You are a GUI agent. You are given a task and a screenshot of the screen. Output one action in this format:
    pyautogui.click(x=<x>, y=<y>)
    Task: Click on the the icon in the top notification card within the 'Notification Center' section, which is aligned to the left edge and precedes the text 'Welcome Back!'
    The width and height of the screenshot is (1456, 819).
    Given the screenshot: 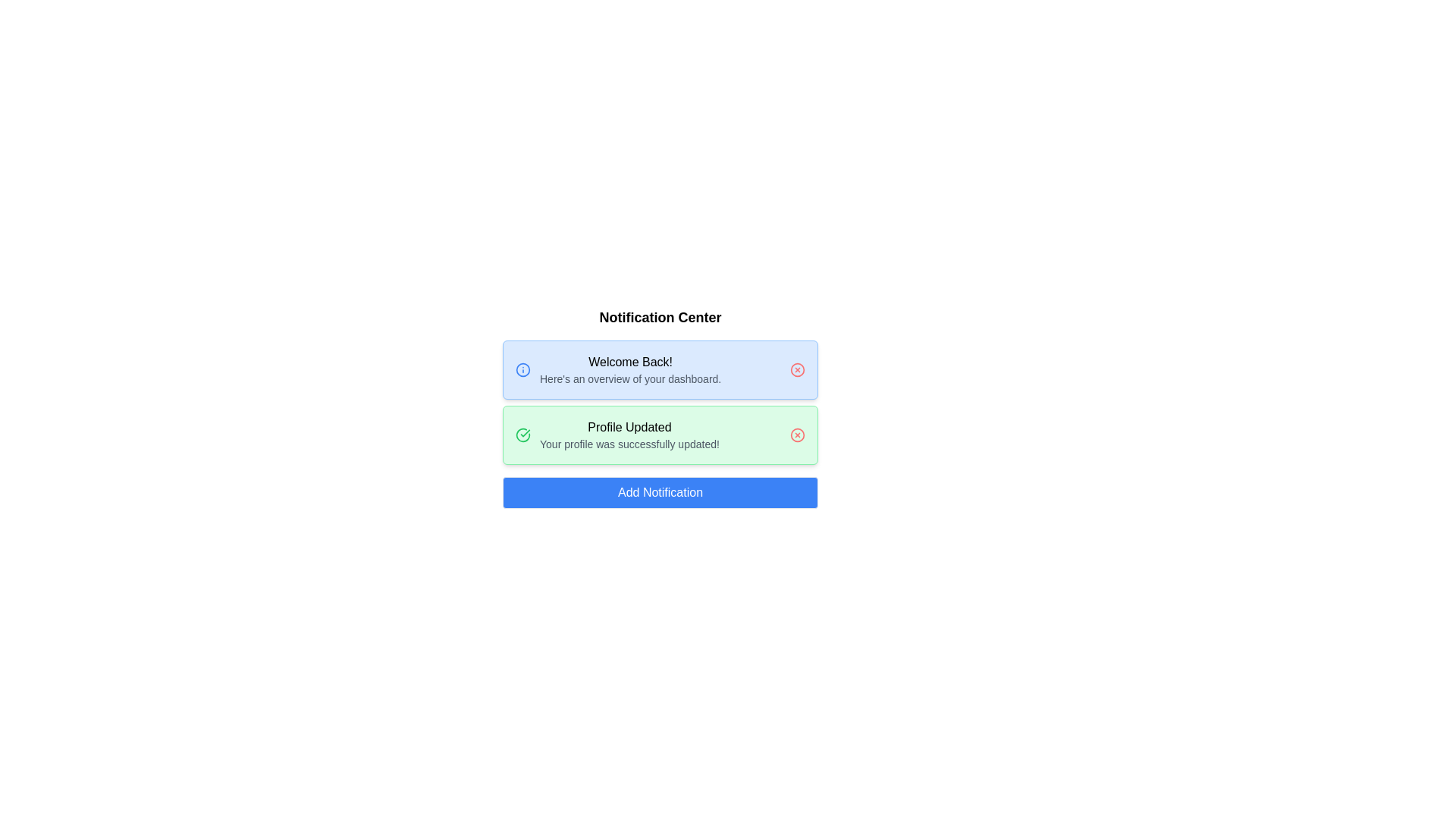 What is the action you would take?
    pyautogui.click(x=523, y=370)
    